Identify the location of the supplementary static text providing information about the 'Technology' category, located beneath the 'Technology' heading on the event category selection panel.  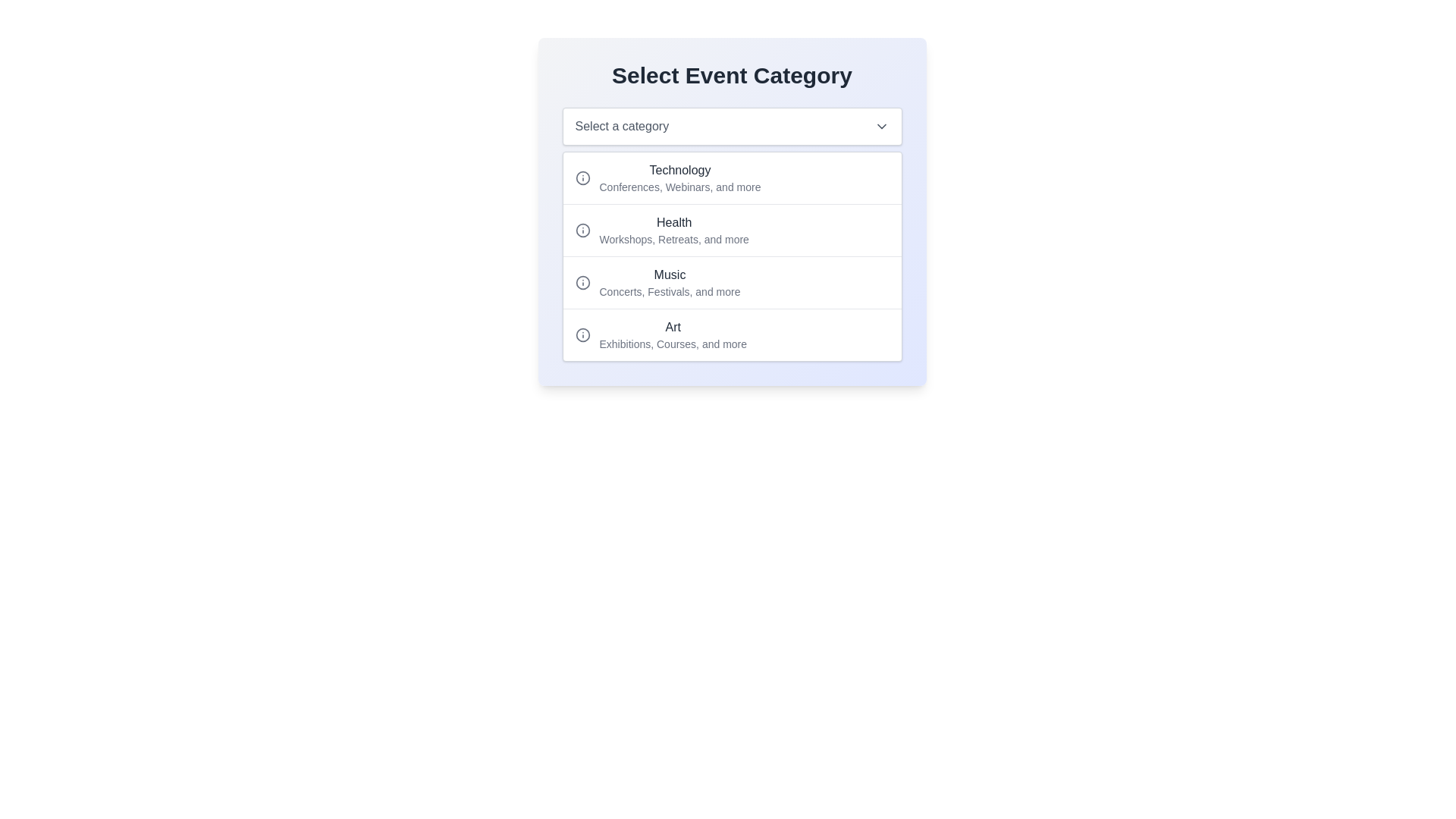
(679, 186).